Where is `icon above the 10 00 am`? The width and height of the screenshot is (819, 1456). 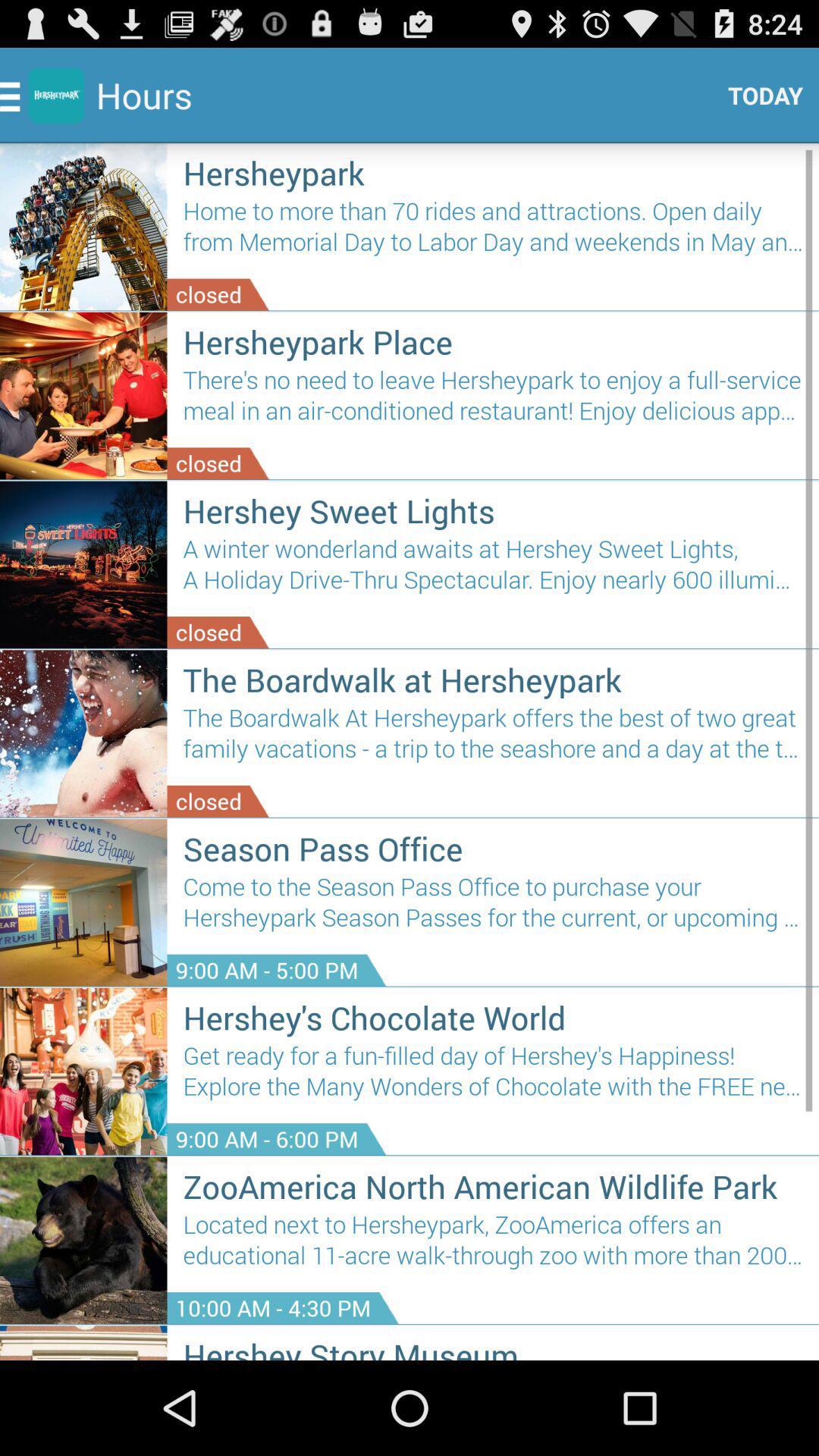
icon above the 10 00 am is located at coordinates (493, 1246).